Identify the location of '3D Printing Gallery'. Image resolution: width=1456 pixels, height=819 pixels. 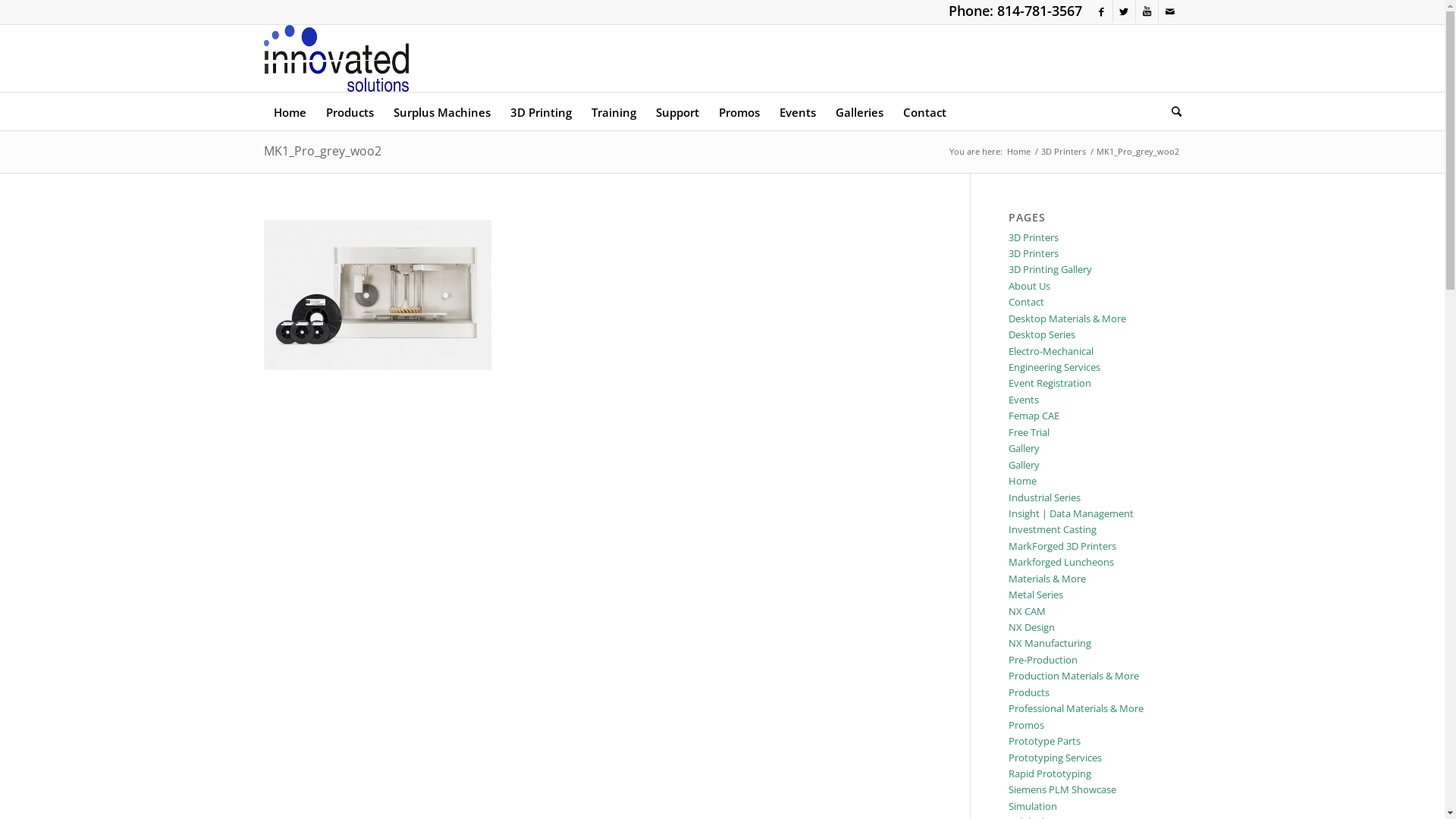
(1050, 268).